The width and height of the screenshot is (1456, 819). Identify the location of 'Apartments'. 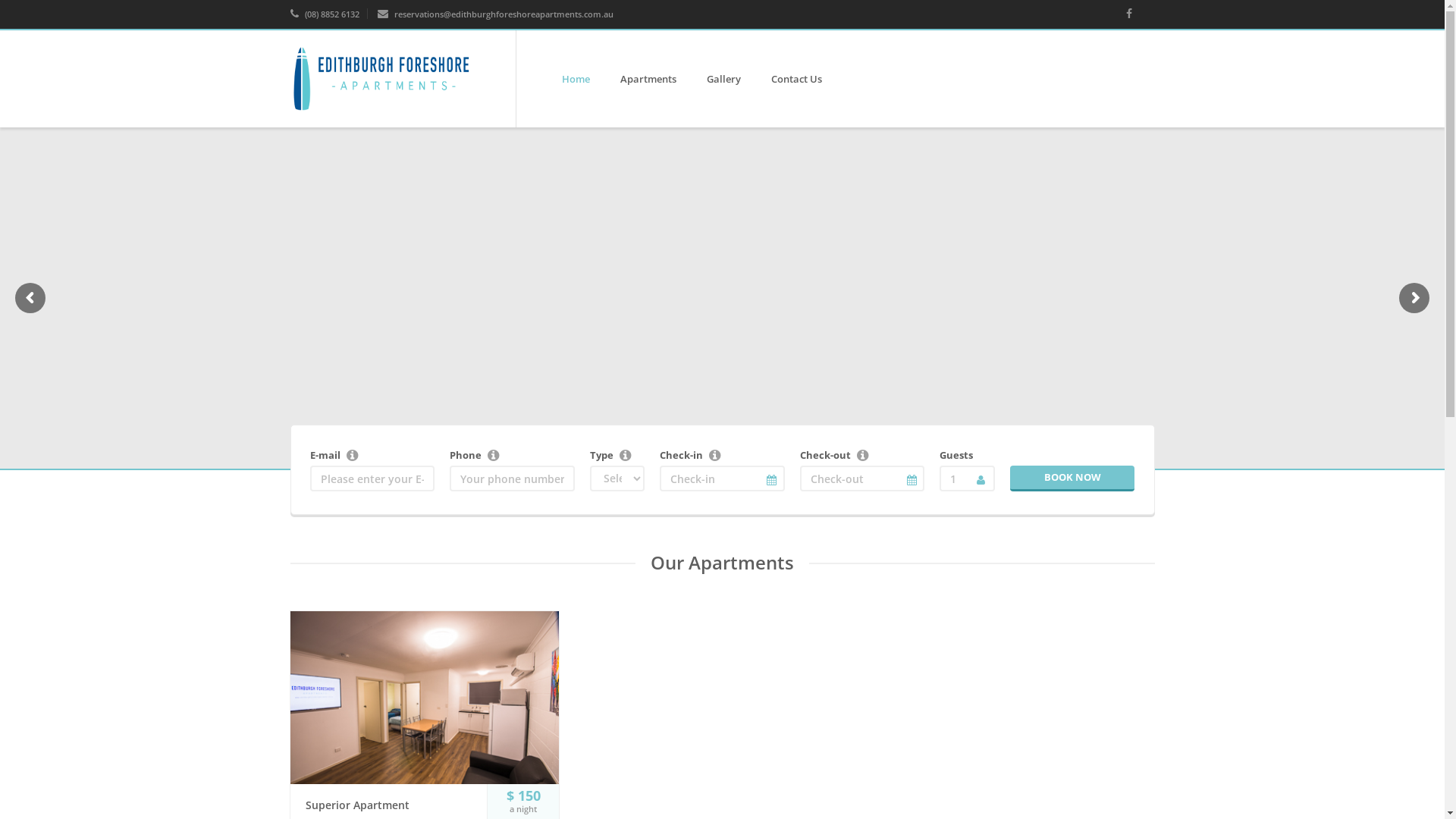
(648, 79).